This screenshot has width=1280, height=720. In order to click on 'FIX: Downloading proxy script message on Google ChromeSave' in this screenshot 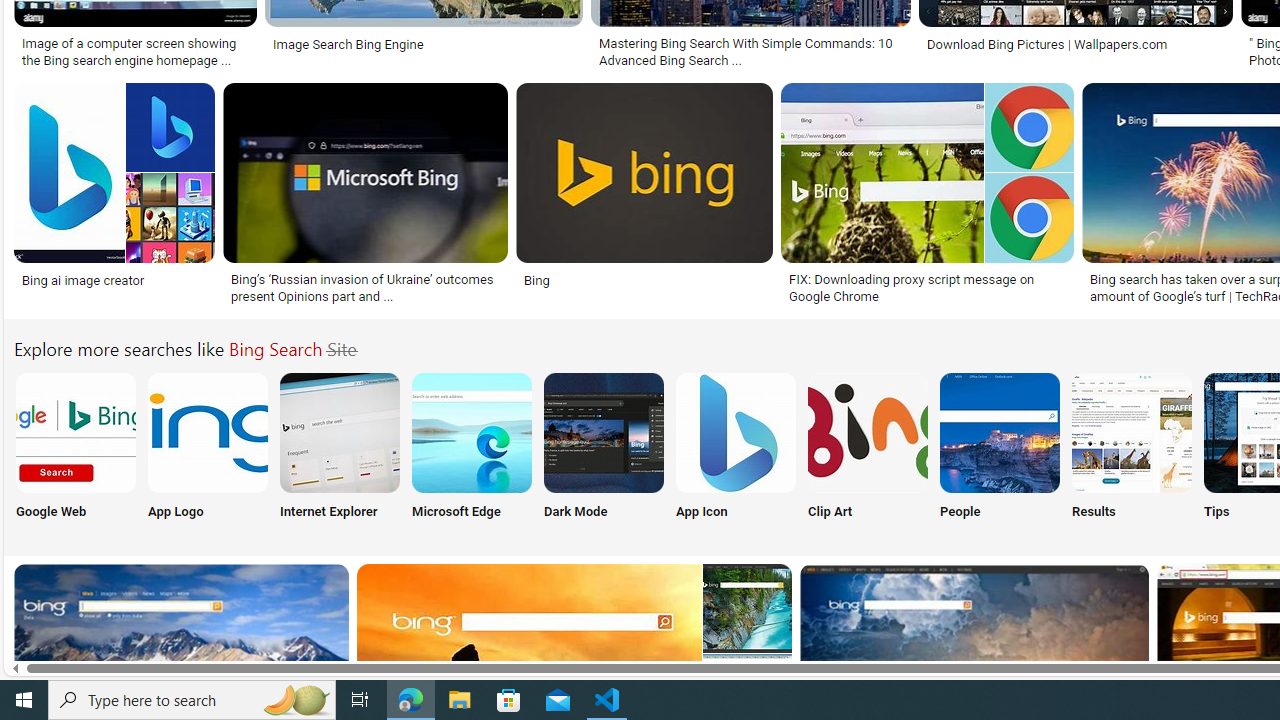, I will do `click(930, 196)`.